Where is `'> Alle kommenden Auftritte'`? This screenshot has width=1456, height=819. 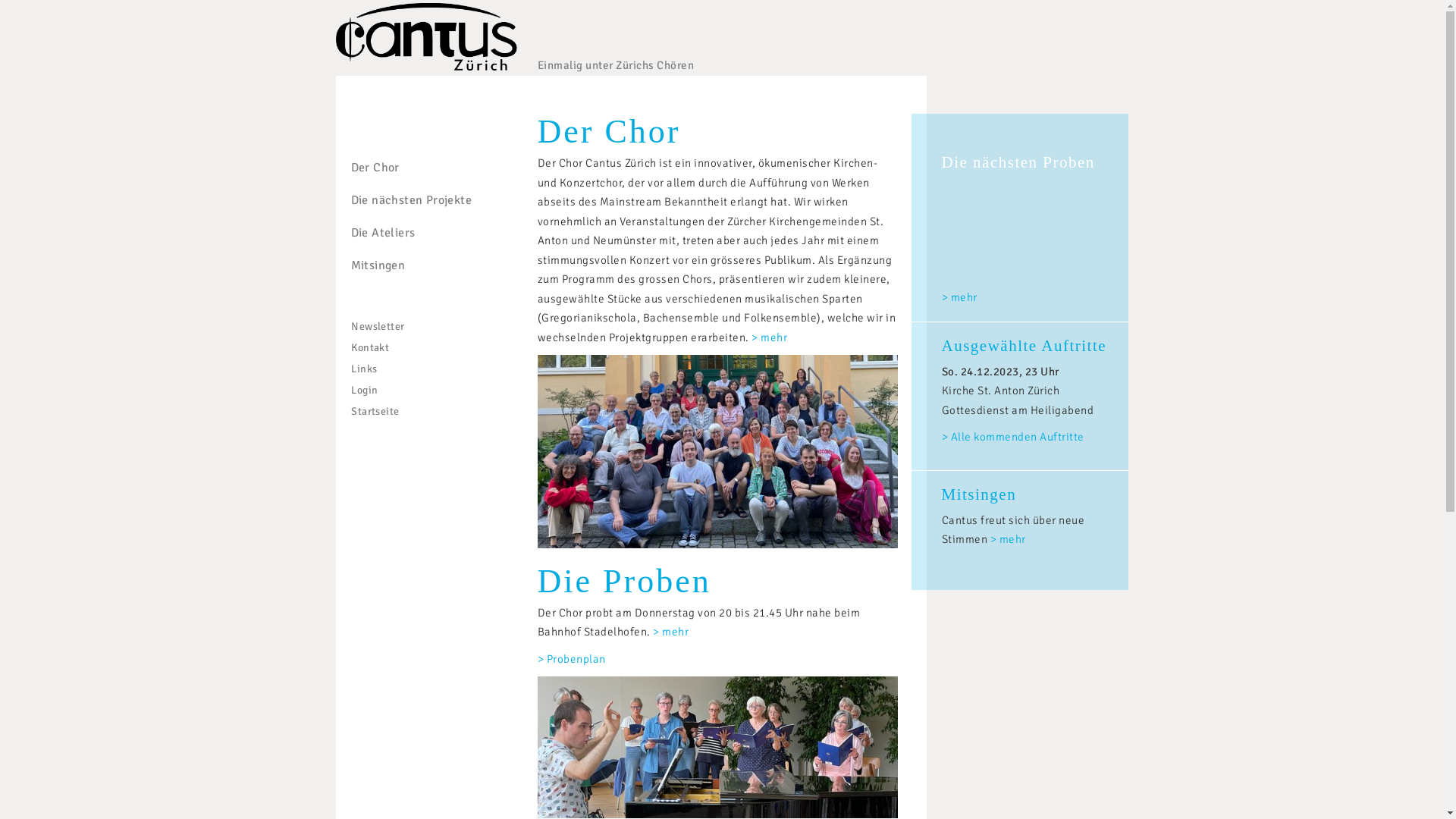
'> Alle kommenden Auftritte' is located at coordinates (941, 436).